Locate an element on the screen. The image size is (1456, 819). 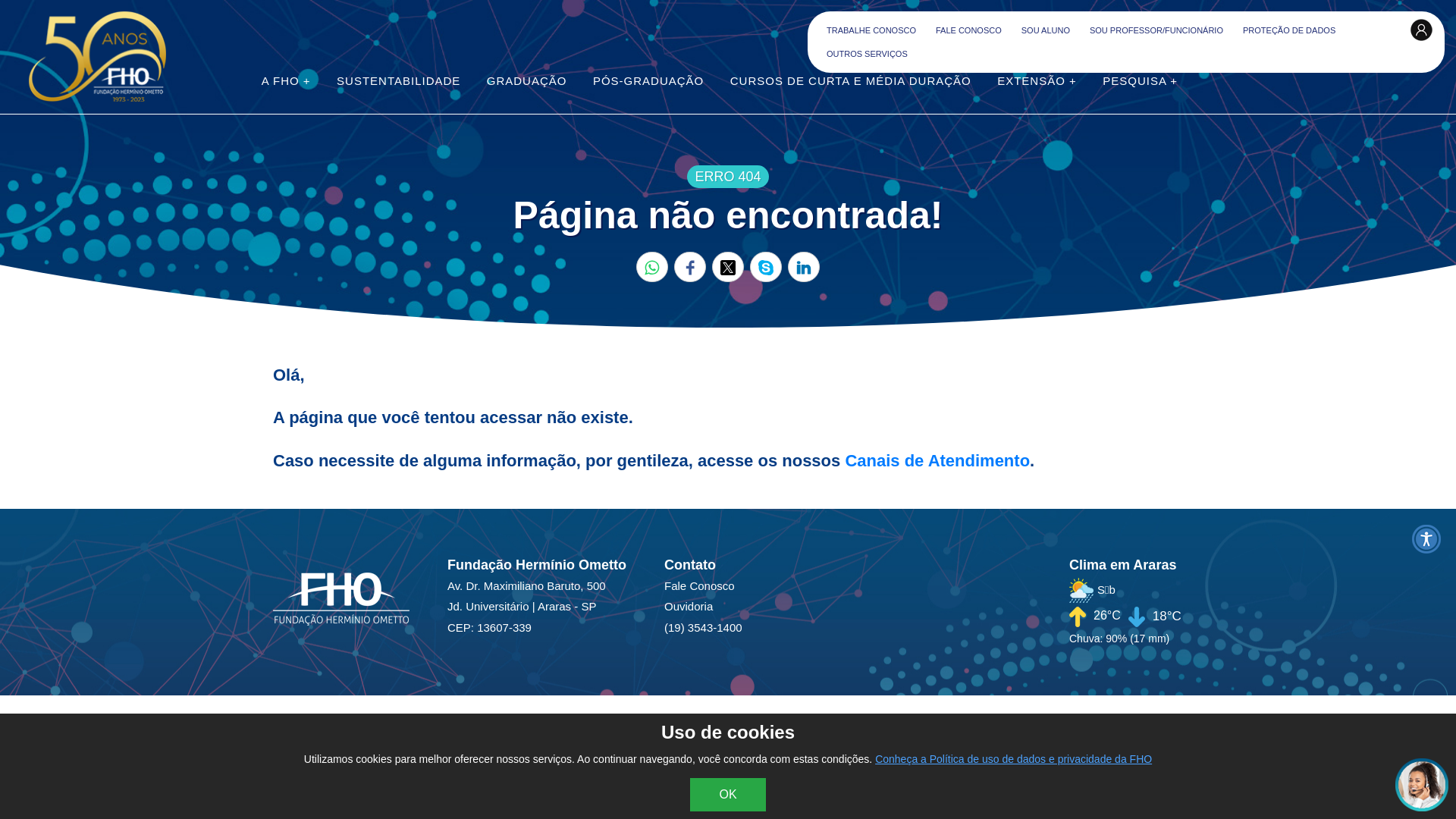
'(19) 3543-1400' is located at coordinates (704, 626).